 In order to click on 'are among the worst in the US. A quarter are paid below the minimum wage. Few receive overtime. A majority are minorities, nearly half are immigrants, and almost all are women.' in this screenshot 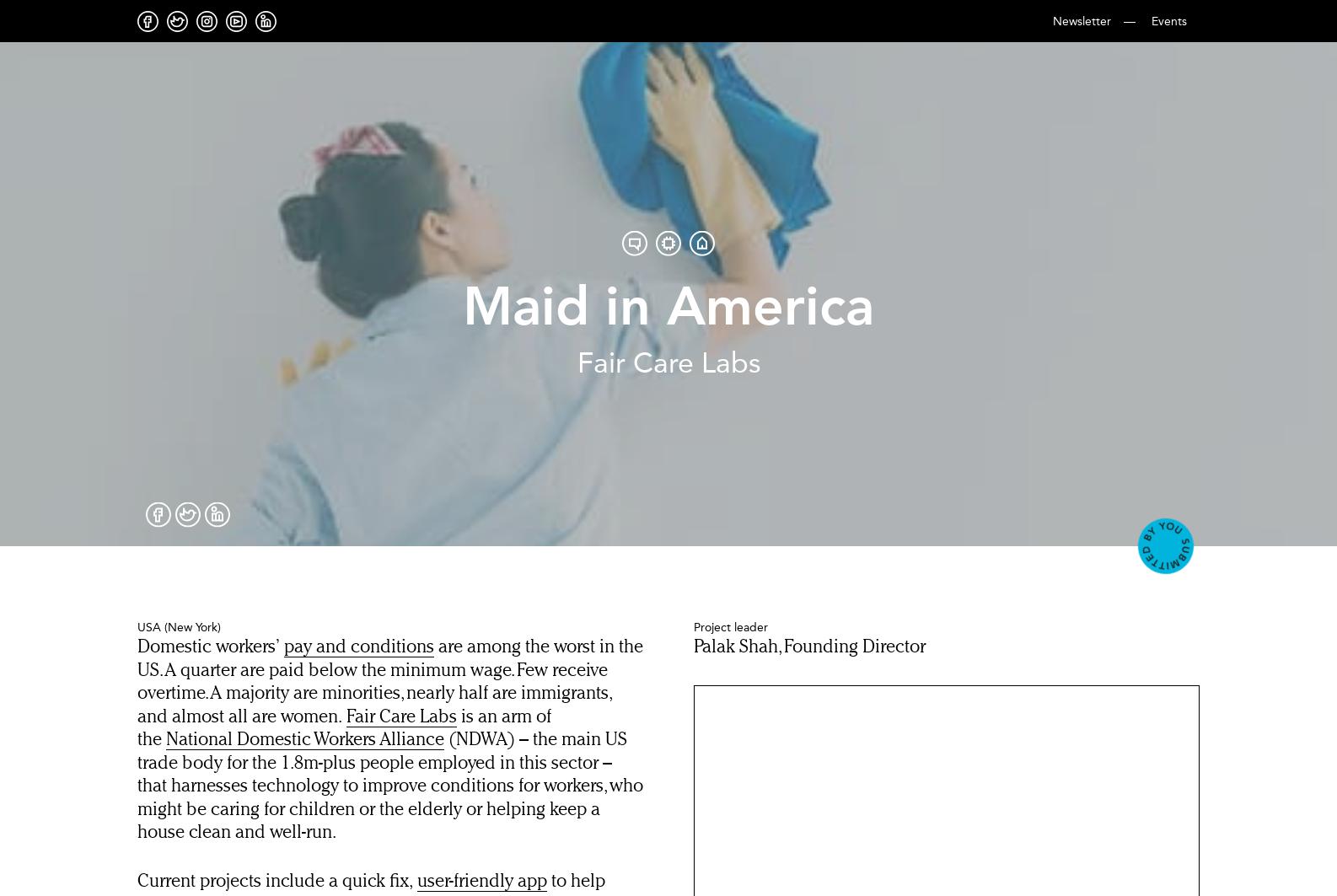, I will do `click(389, 681)`.